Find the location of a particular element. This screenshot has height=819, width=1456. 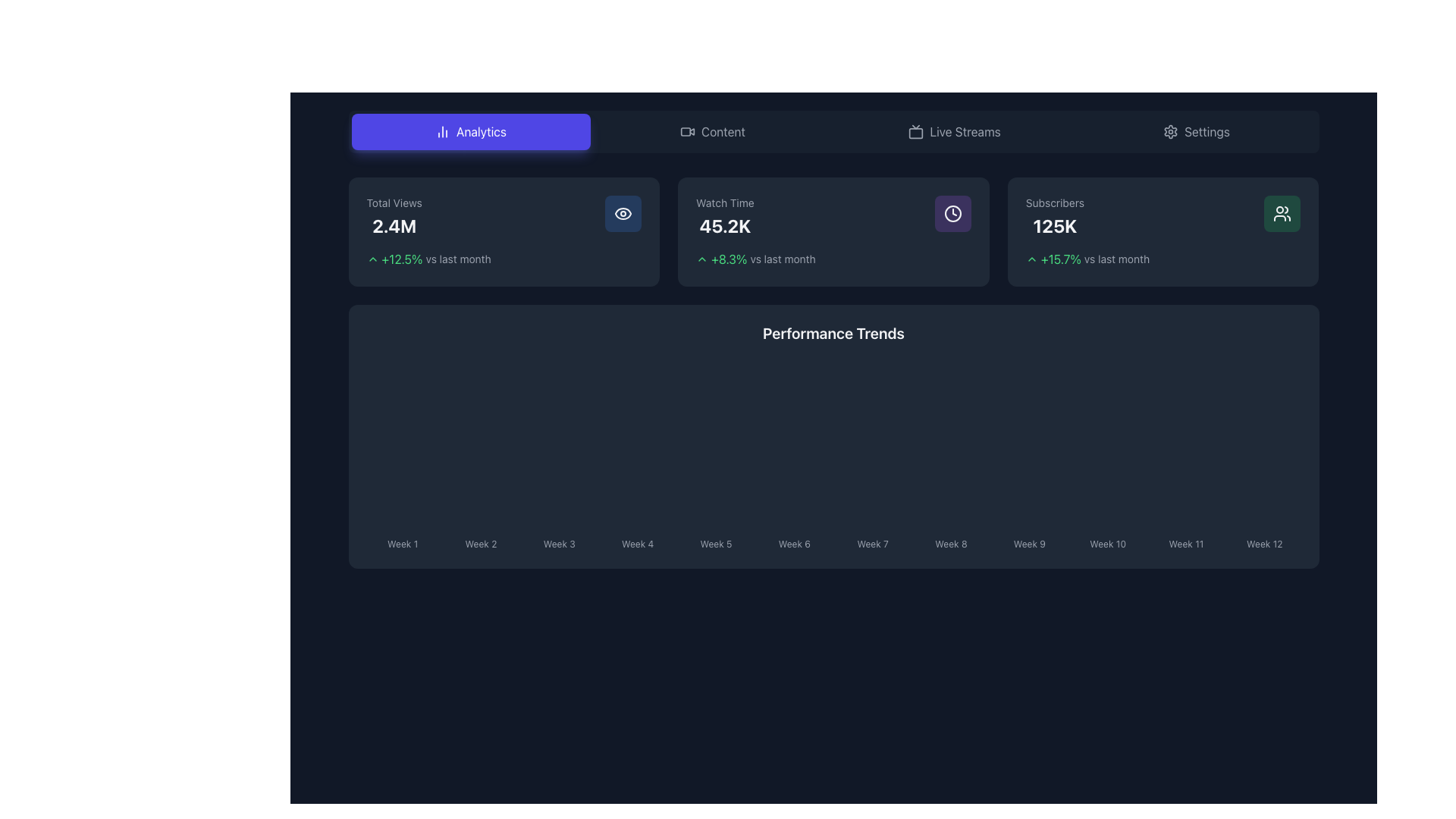

the subscriber statistics displayed, which includes the grey subtitle 'Subscribers' and the bold figure '125K' to the left, along with a green circular user icon on the right is located at coordinates (1163, 216).